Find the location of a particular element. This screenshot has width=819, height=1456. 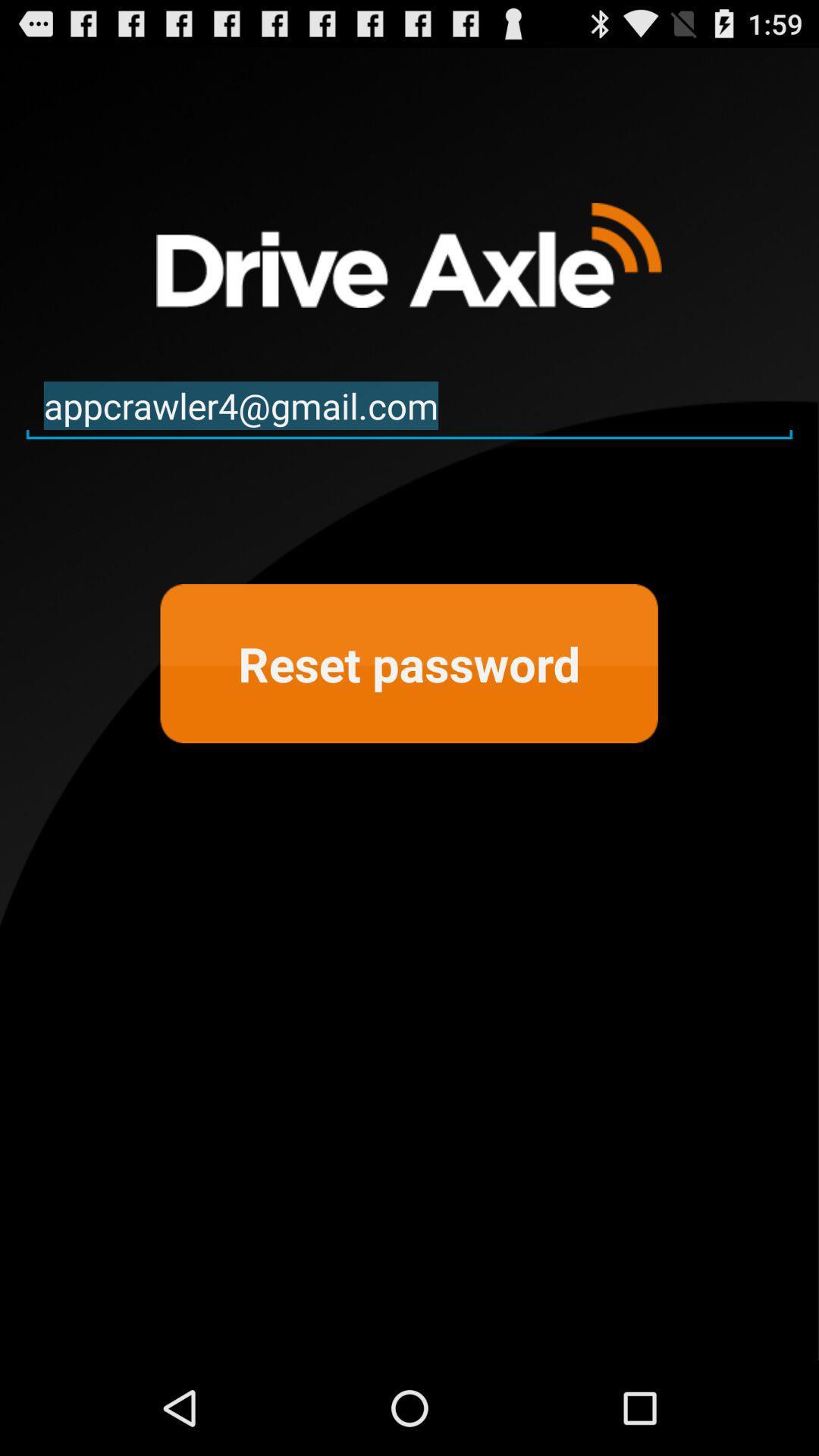

icon above reset password button is located at coordinates (409, 406).